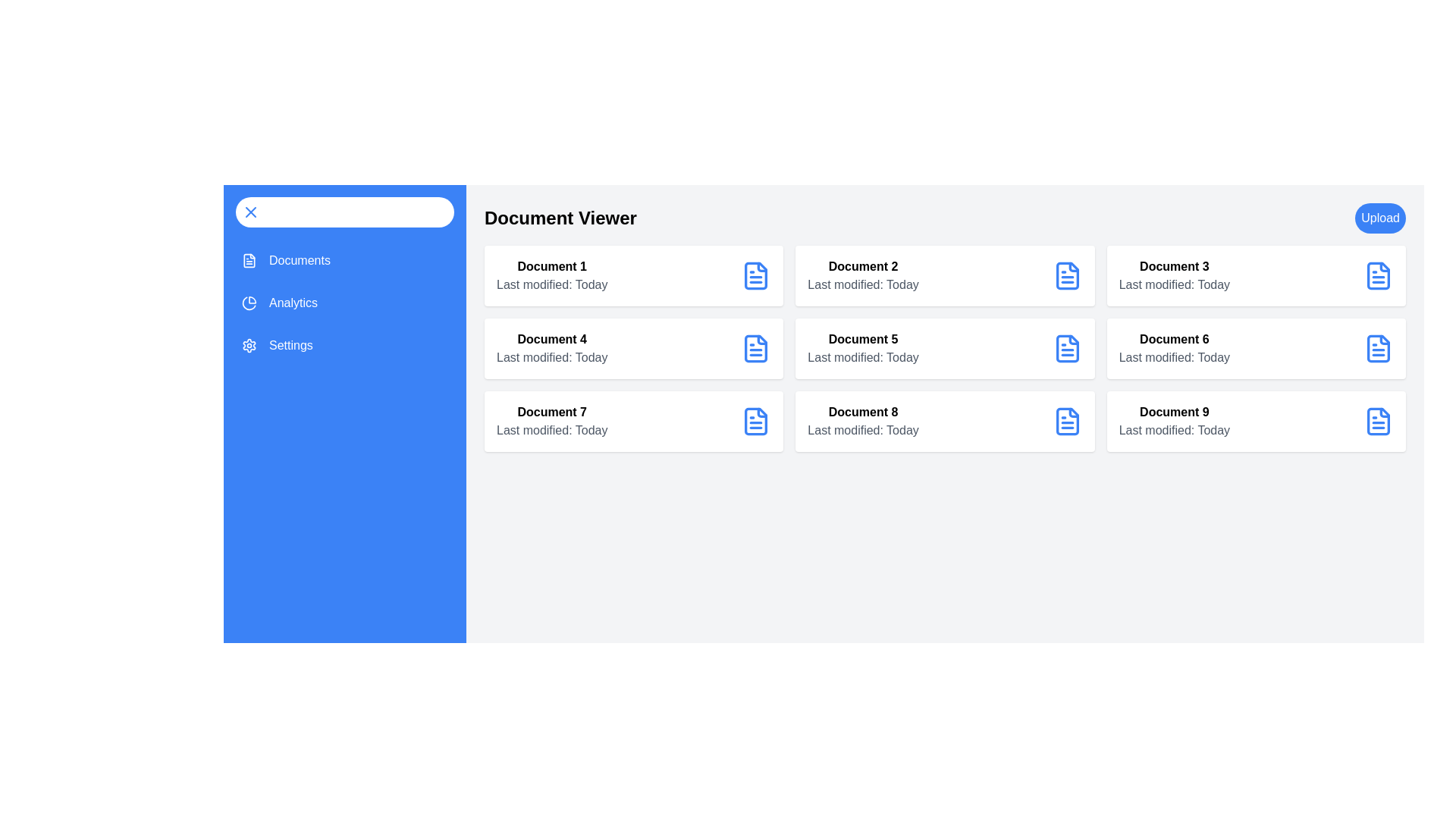 This screenshot has width=1456, height=819. I want to click on the 'Upload' button, so click(1379, 218).